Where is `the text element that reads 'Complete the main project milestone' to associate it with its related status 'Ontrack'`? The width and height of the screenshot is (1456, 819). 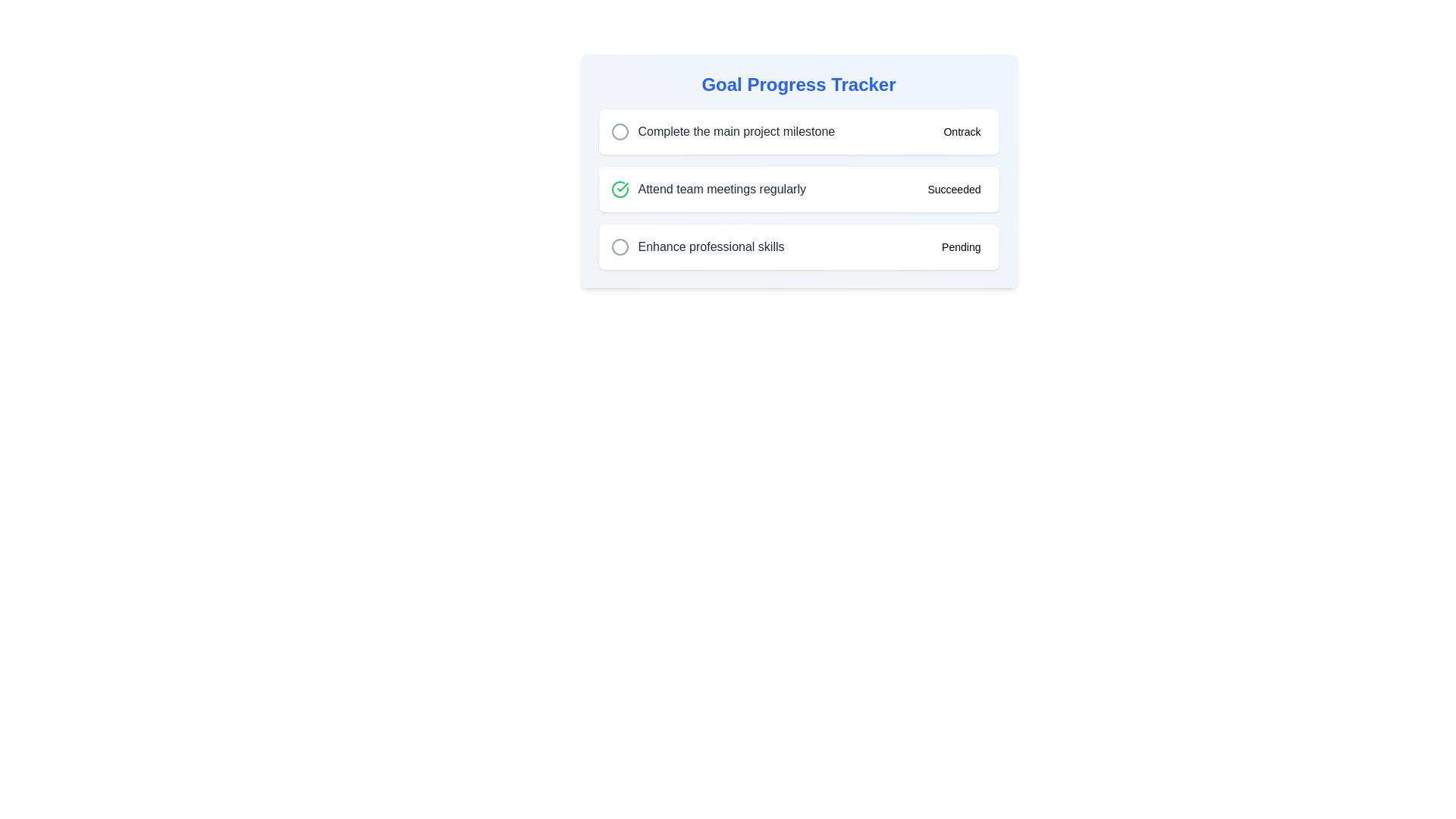 the text element that reads 'Complete the main project milestone' to associate it with its related status 'Ontrack' is located at coordinates (722, 130).